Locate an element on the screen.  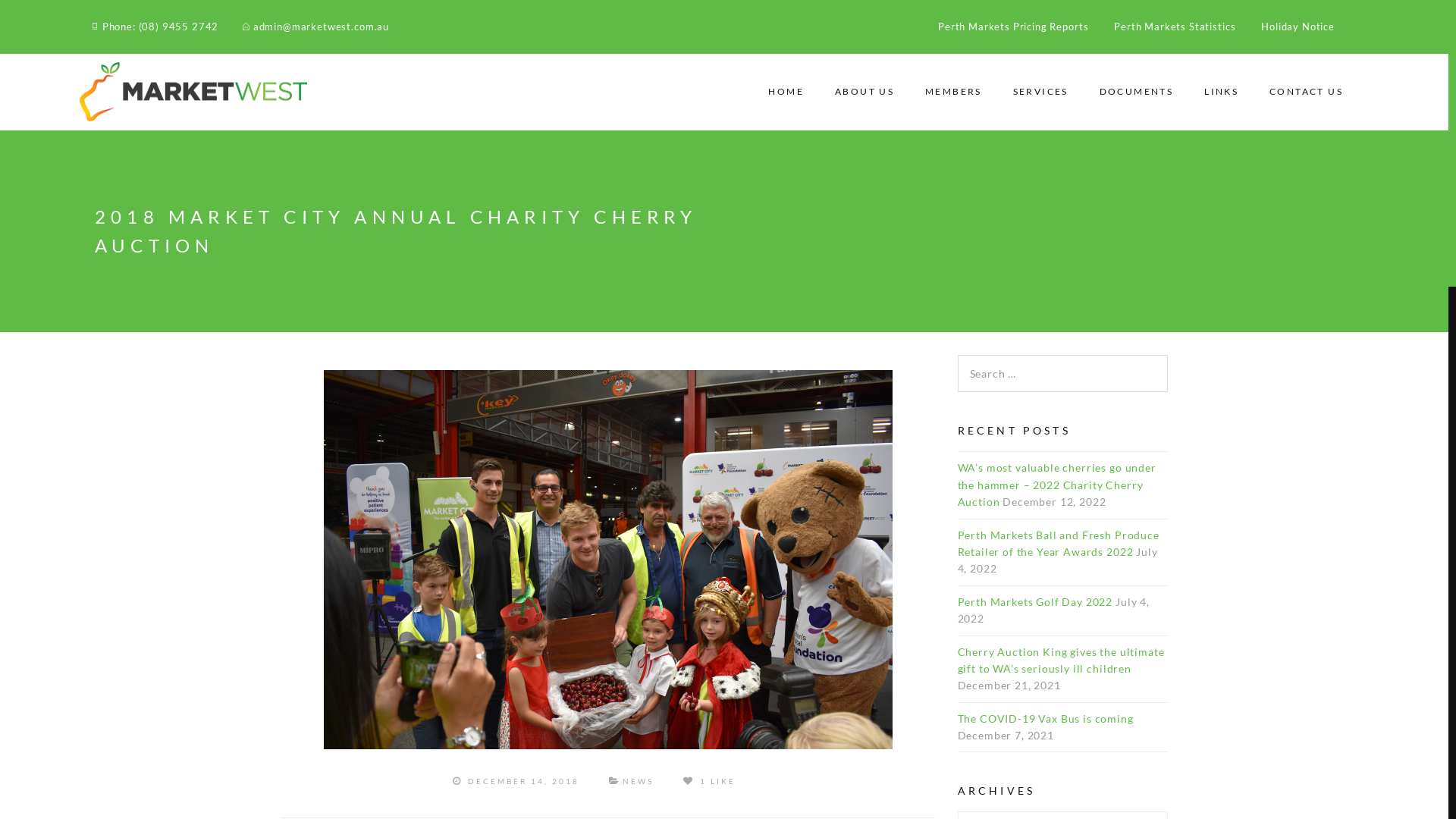
'MEMBERS' is located at coordinates (952, 92).